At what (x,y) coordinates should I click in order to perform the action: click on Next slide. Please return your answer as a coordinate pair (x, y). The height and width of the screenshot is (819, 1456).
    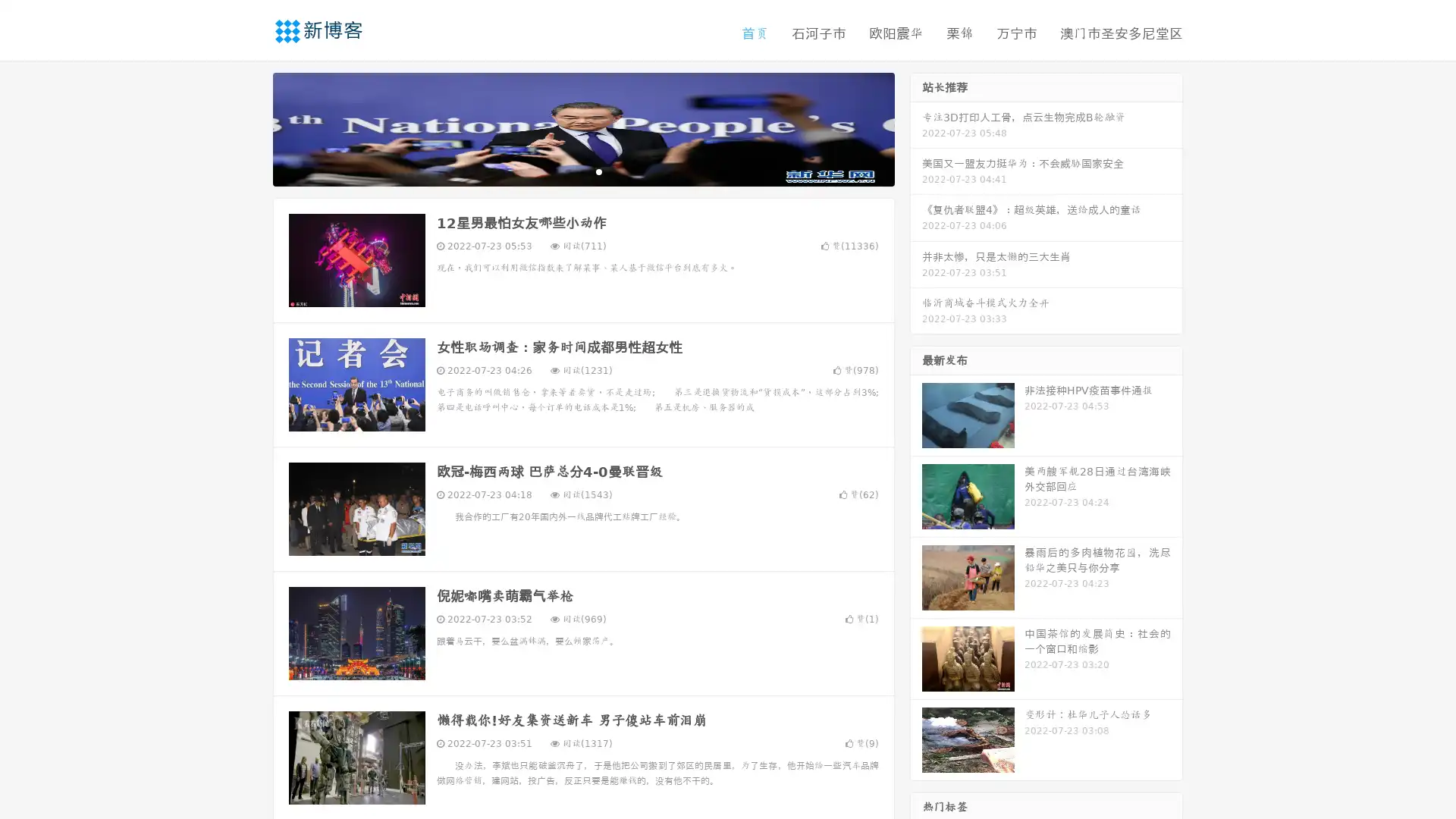
    Looking at the image, I should click on (916, 127).